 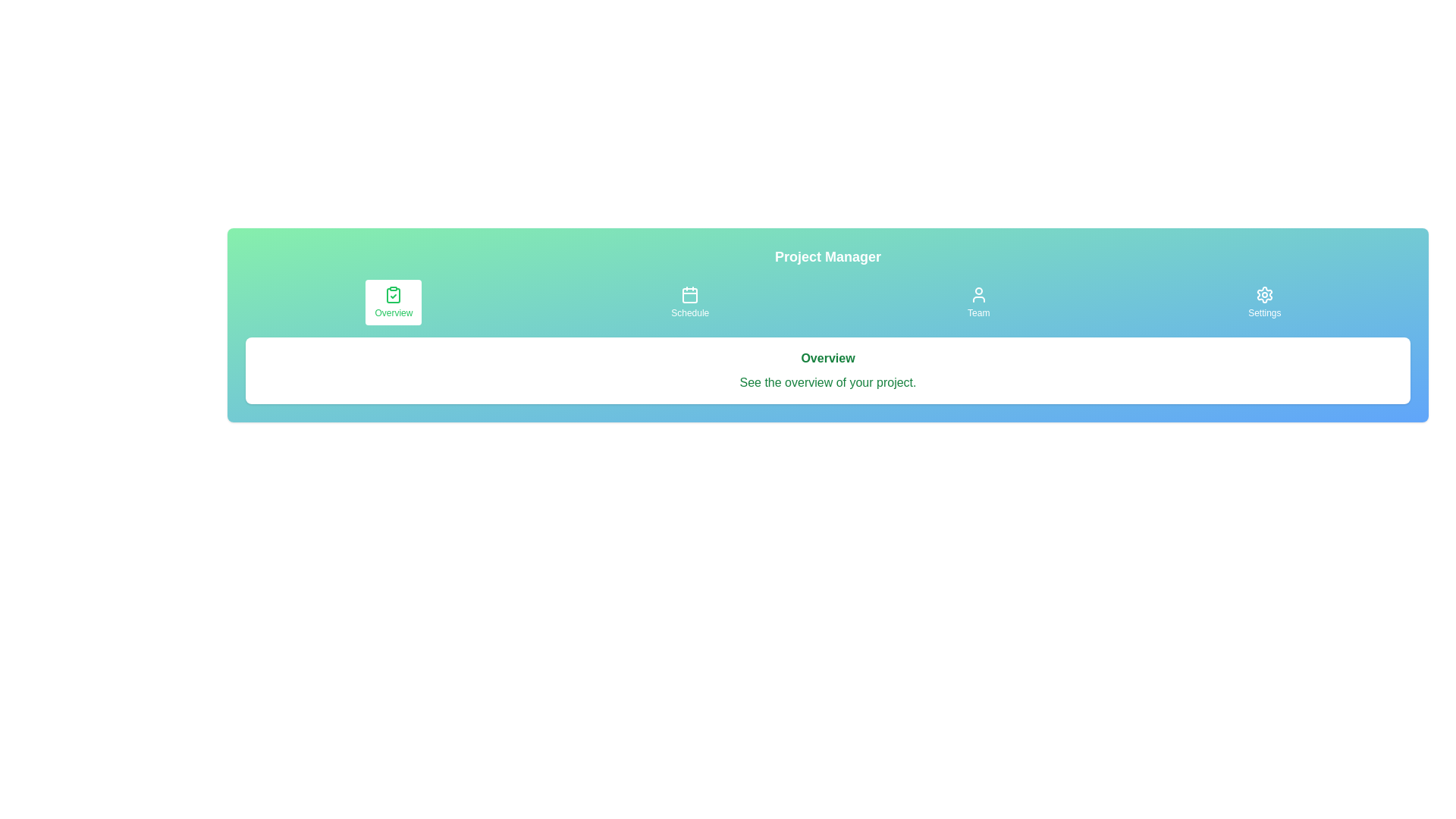 I want to click on the clipboard icon with a checkmark, so click(x=394, y=295).